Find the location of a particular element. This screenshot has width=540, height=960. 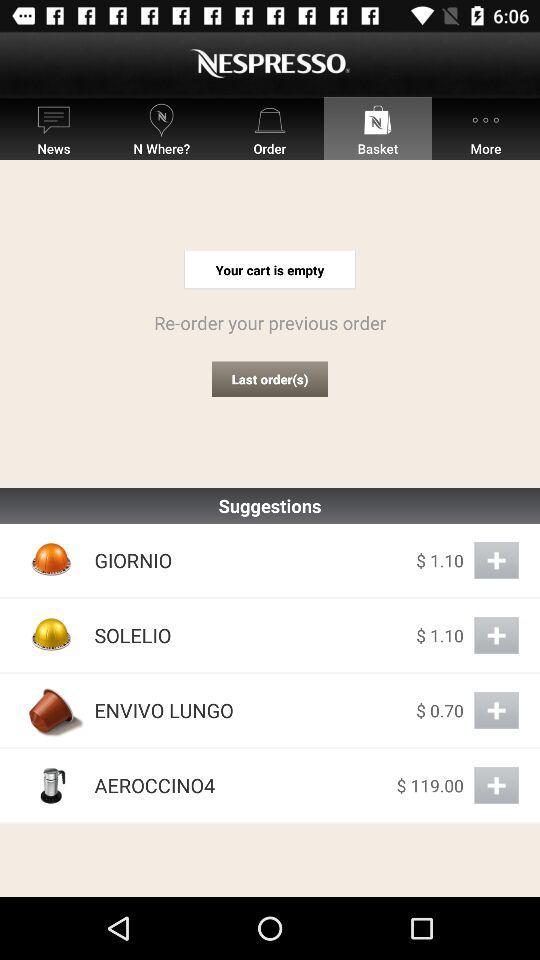

suggestet maschine is located at coordinates (495, 785).